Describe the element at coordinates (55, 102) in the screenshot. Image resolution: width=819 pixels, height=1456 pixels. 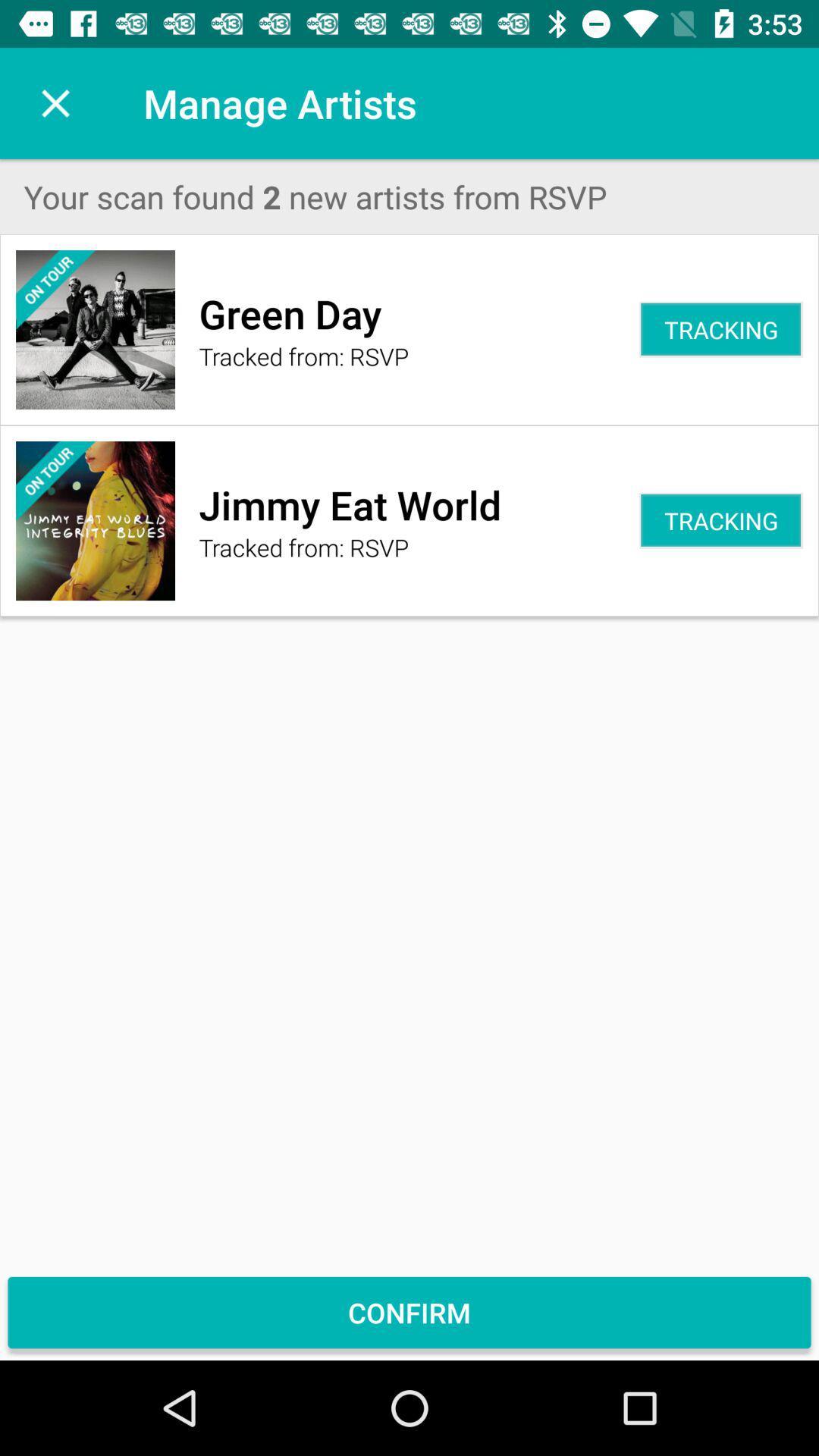
I see `the item to the left of manage artists` at that location.